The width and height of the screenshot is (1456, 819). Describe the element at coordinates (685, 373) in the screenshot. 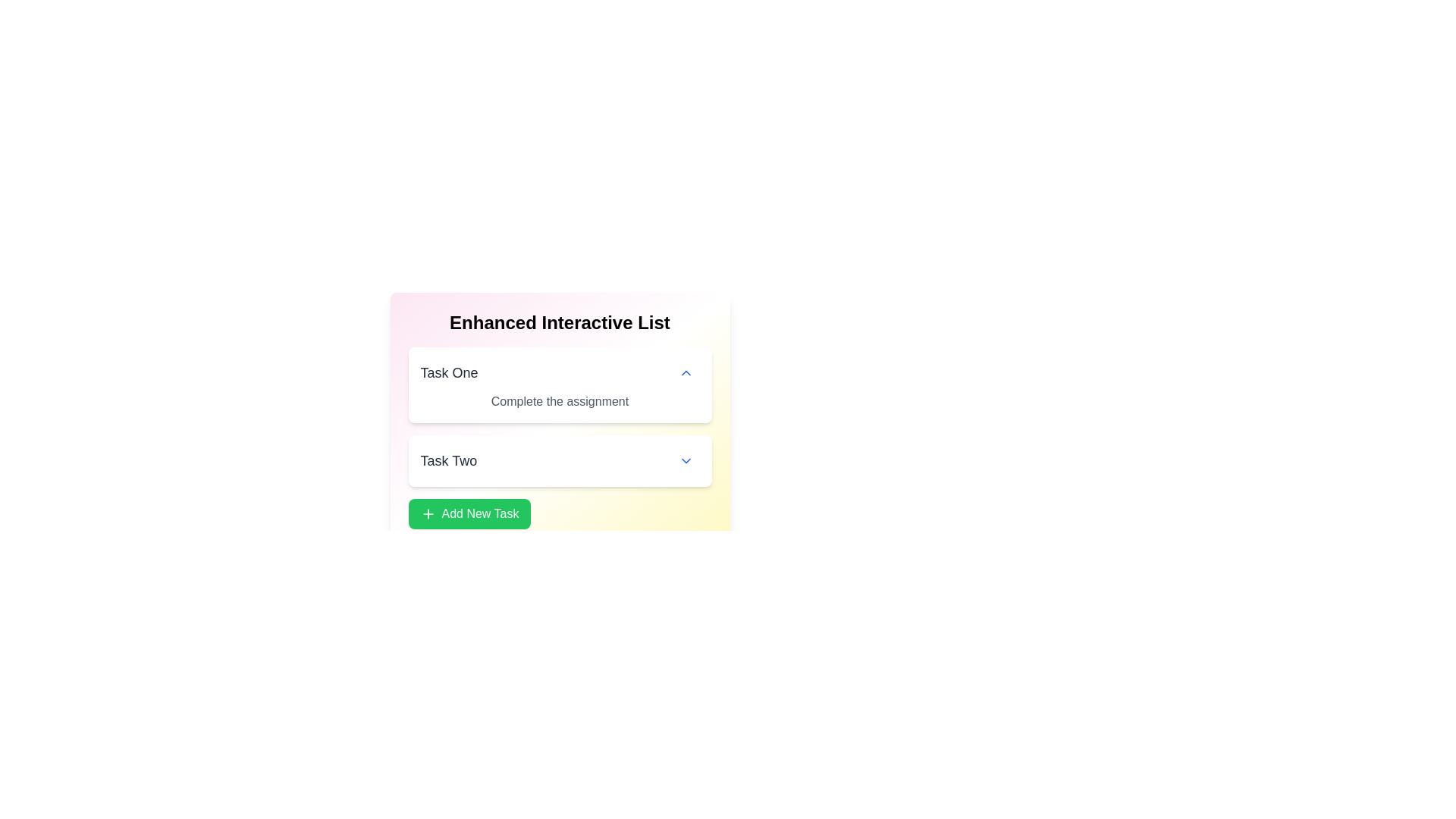

I see `the expand/collapse button of the task to reveal its details` at that location.